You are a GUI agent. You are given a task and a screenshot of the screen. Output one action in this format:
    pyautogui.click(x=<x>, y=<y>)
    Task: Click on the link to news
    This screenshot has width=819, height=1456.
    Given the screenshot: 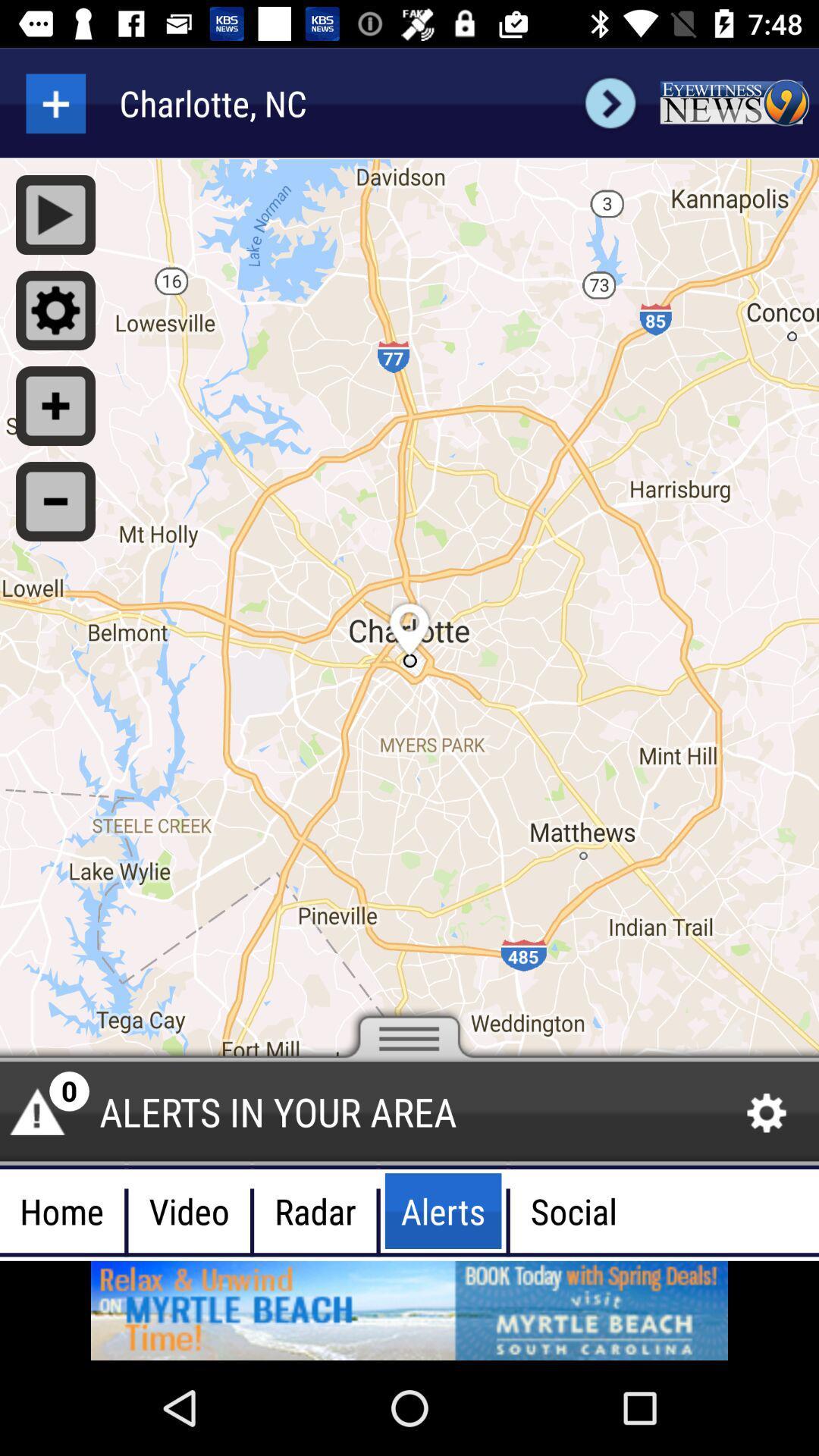 What is the action you would take?
    pyautogui.click(x=733, y=102)
    